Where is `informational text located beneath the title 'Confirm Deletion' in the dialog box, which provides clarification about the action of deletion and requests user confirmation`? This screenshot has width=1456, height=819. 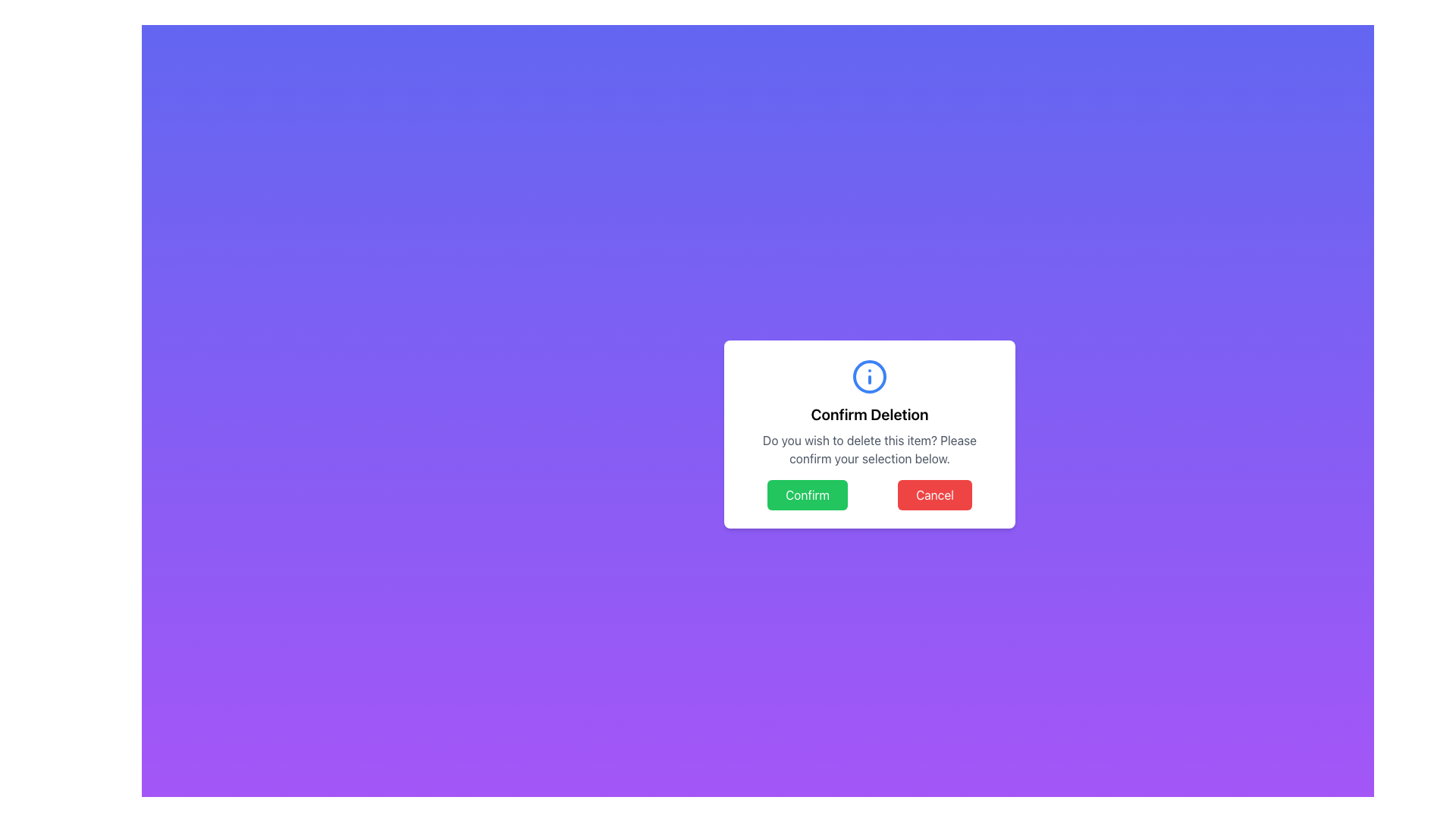 informational text located beneath the title 'Confirm Deletion' in the dialog box, which provides clarification about the action of deletion and requests user confirmation is located at coordinates (870, 449).